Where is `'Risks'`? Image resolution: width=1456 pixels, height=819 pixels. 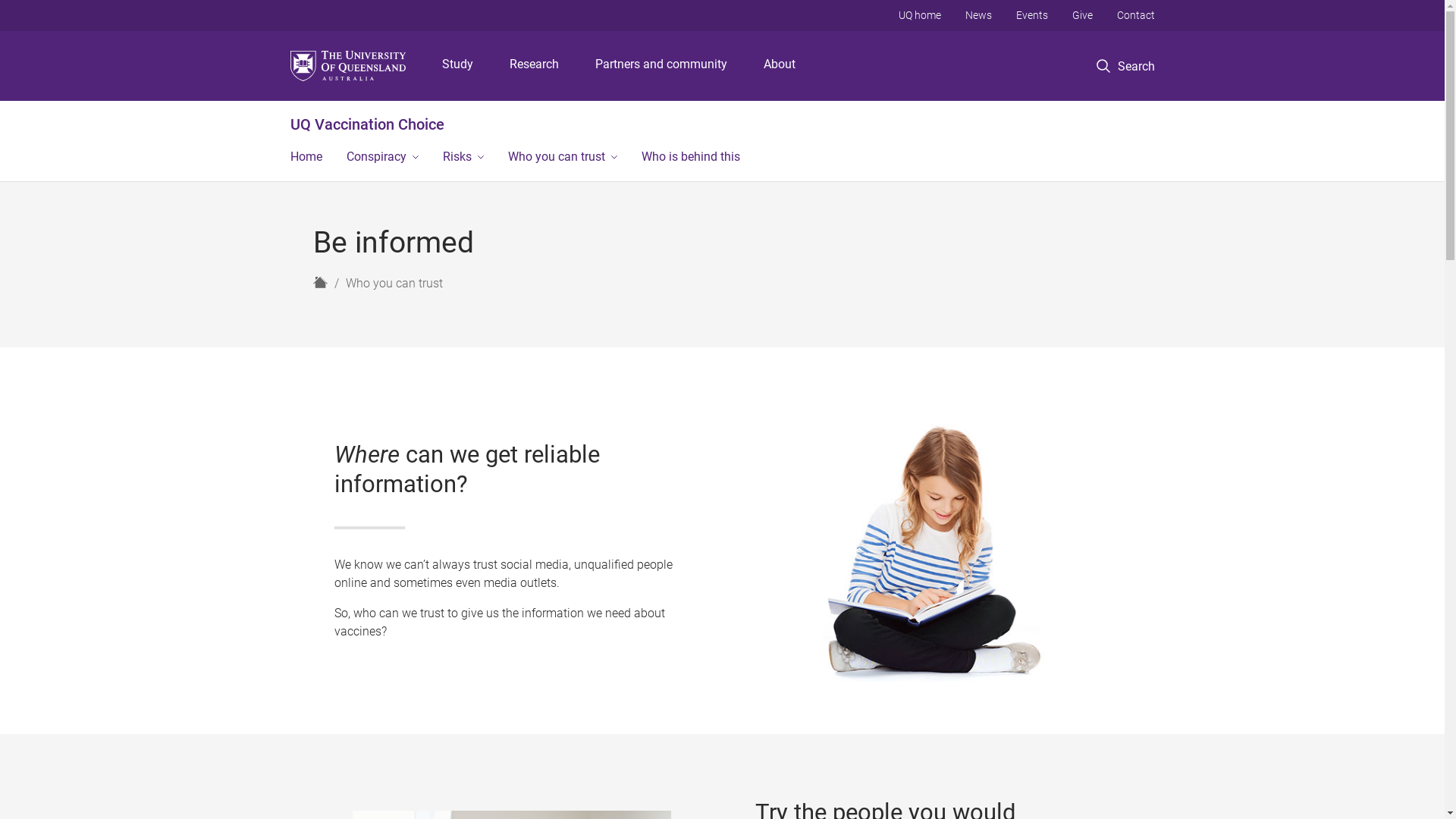
'Risks' is located at coordinates (429, 158).